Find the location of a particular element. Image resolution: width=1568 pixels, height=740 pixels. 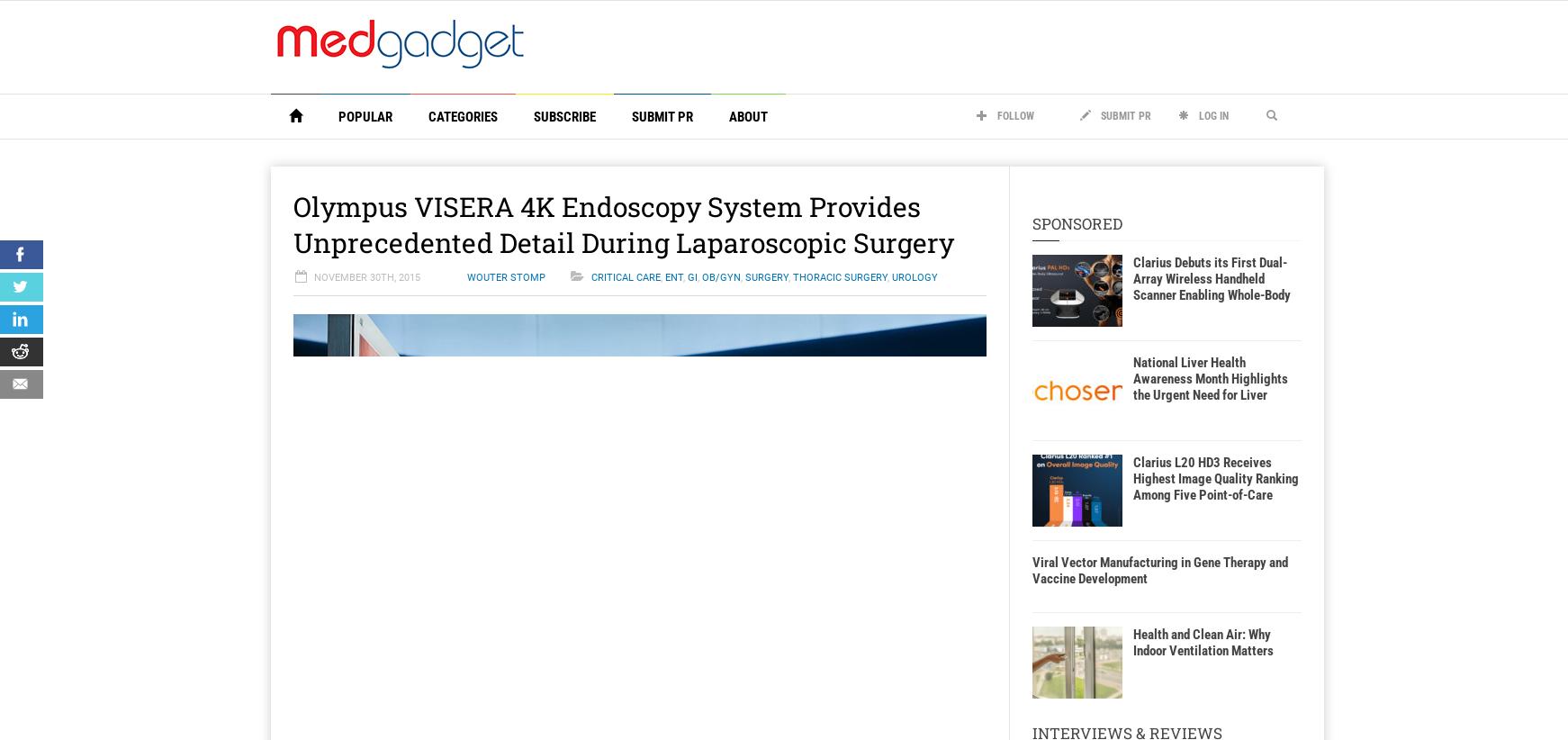

'ENT' is located at coordinates (664, 277).